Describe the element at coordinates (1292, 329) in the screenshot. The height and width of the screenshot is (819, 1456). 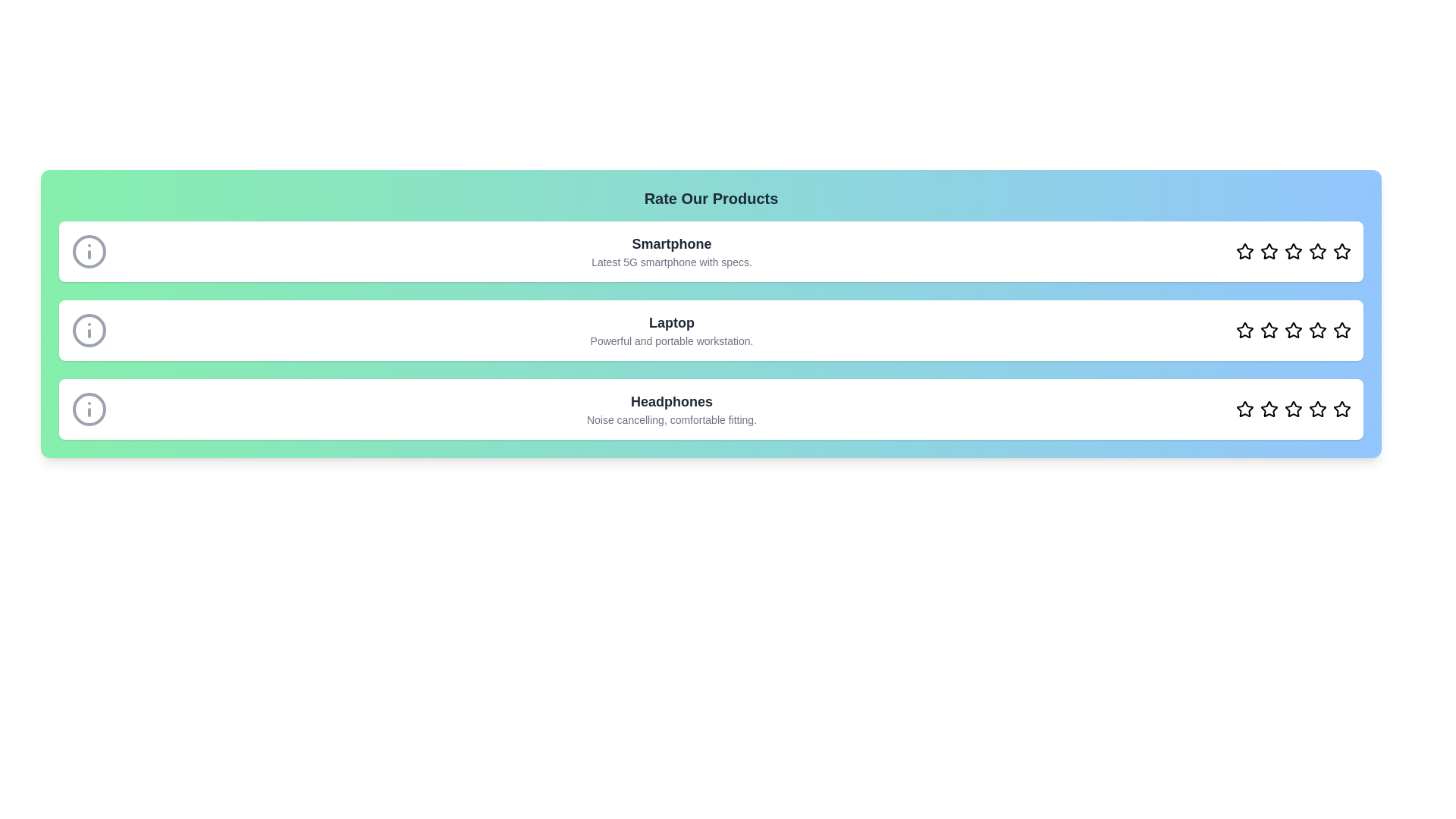
I see `the third star in the second rating row for the 'Laptop' product section` at that location.